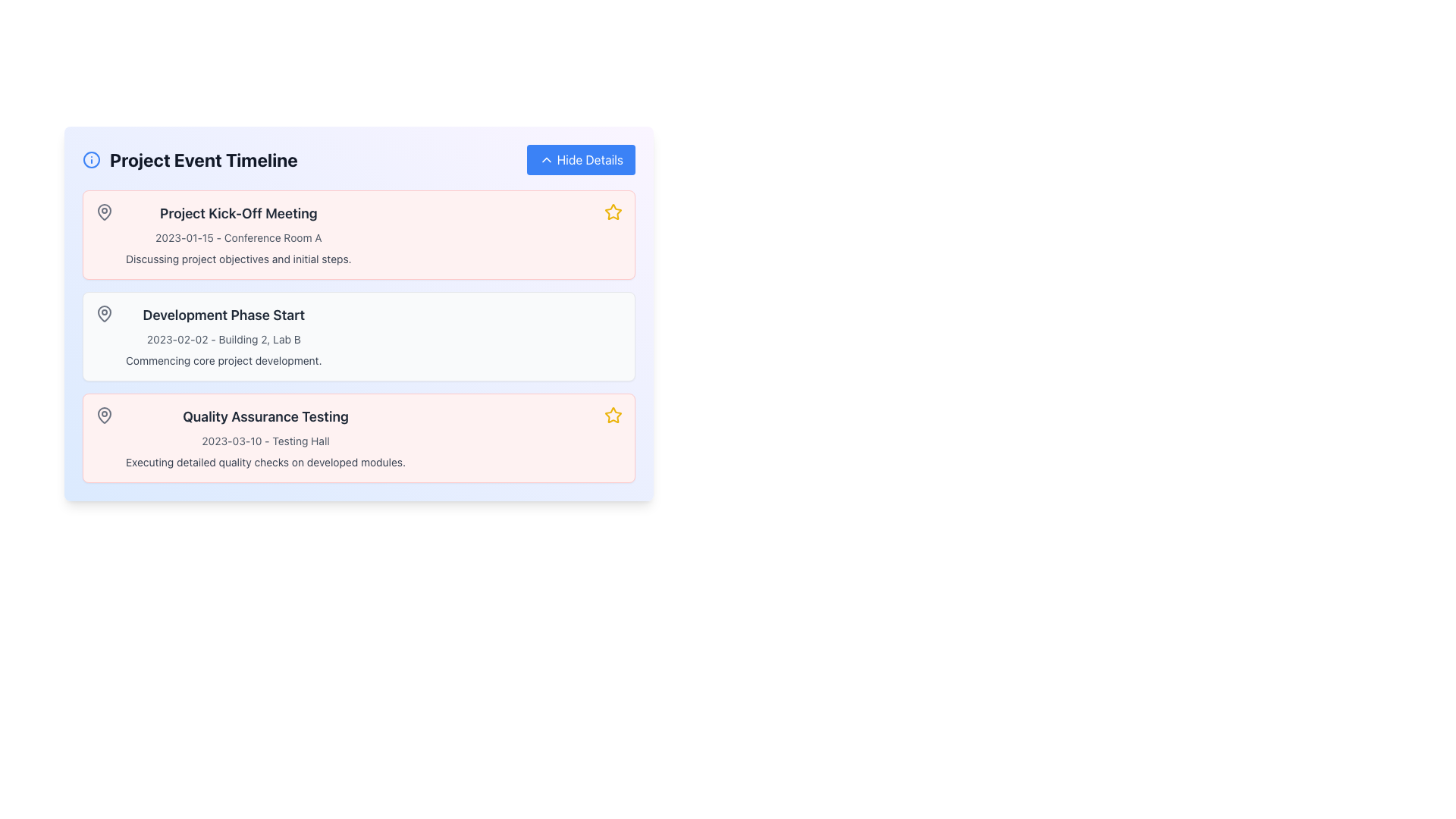  I want to click on prominent title text 'Project Kick-Off Meeting' displayed in a large, bold font at the top of the meeting details section, so click(237, 213).